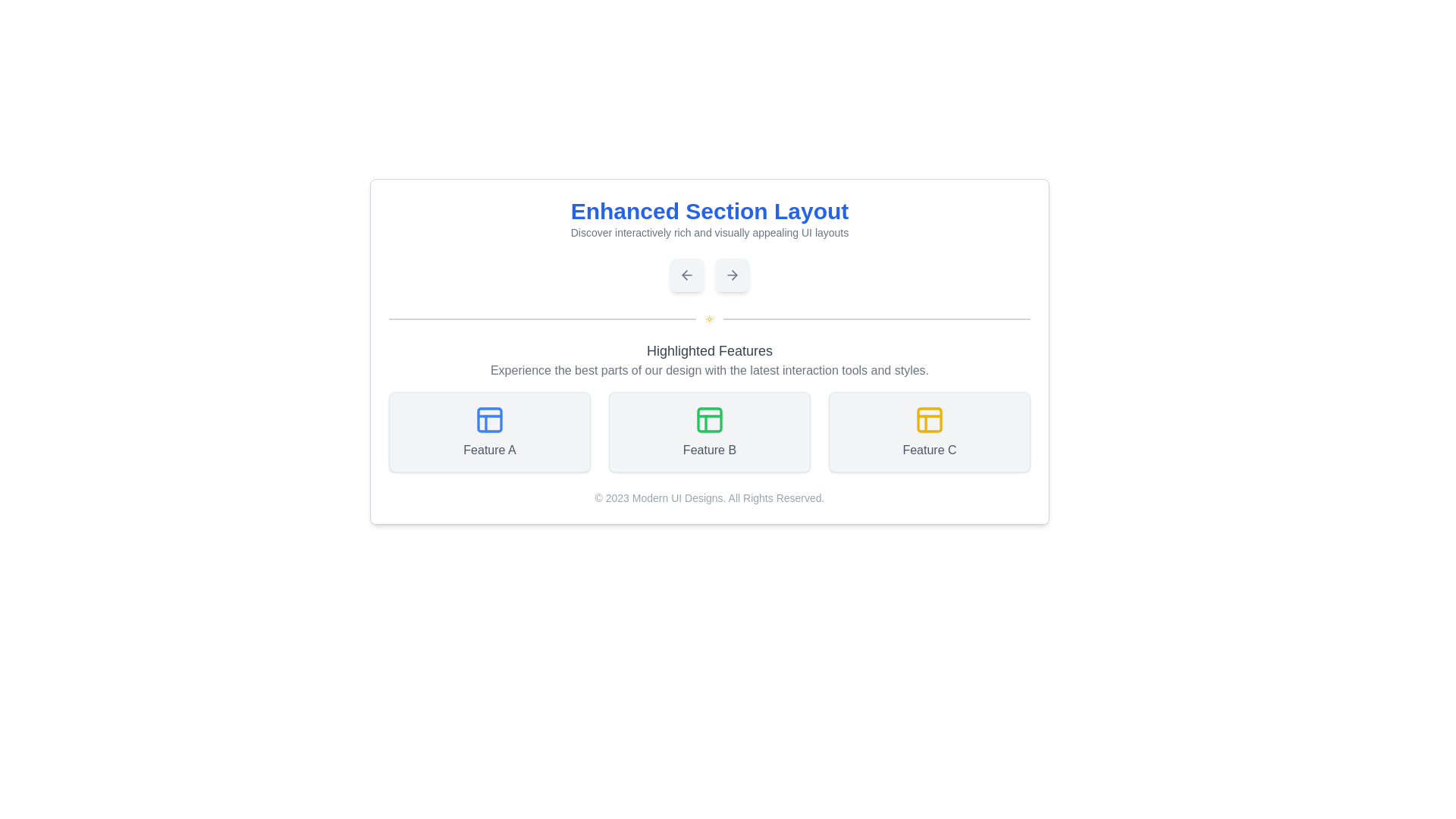 This screenshot has height=819, width=1456. Describe the element at coordinates (709, 318) in the screenshot. I see `the Decorative divider with a central yellow sun-like icon, located beneath the 'Enhanced Section Layout' and above the 'Highlighted Features' section` at that location.